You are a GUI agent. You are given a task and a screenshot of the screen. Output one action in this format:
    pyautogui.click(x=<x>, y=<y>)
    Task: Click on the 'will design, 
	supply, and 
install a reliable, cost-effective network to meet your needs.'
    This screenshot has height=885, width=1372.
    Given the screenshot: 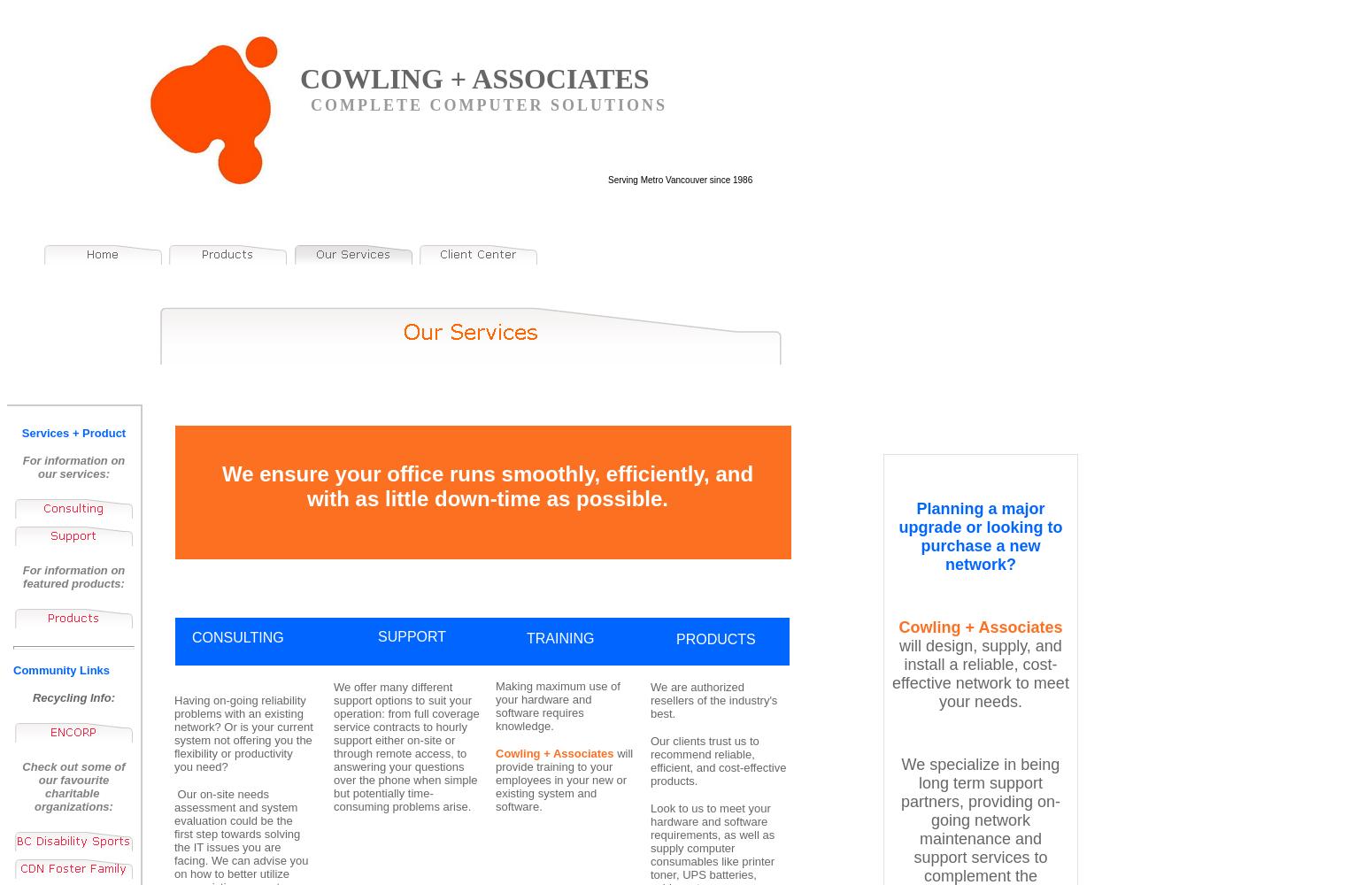 What is the action you would take?
    pyautogui.click(x=979, y=673)
    